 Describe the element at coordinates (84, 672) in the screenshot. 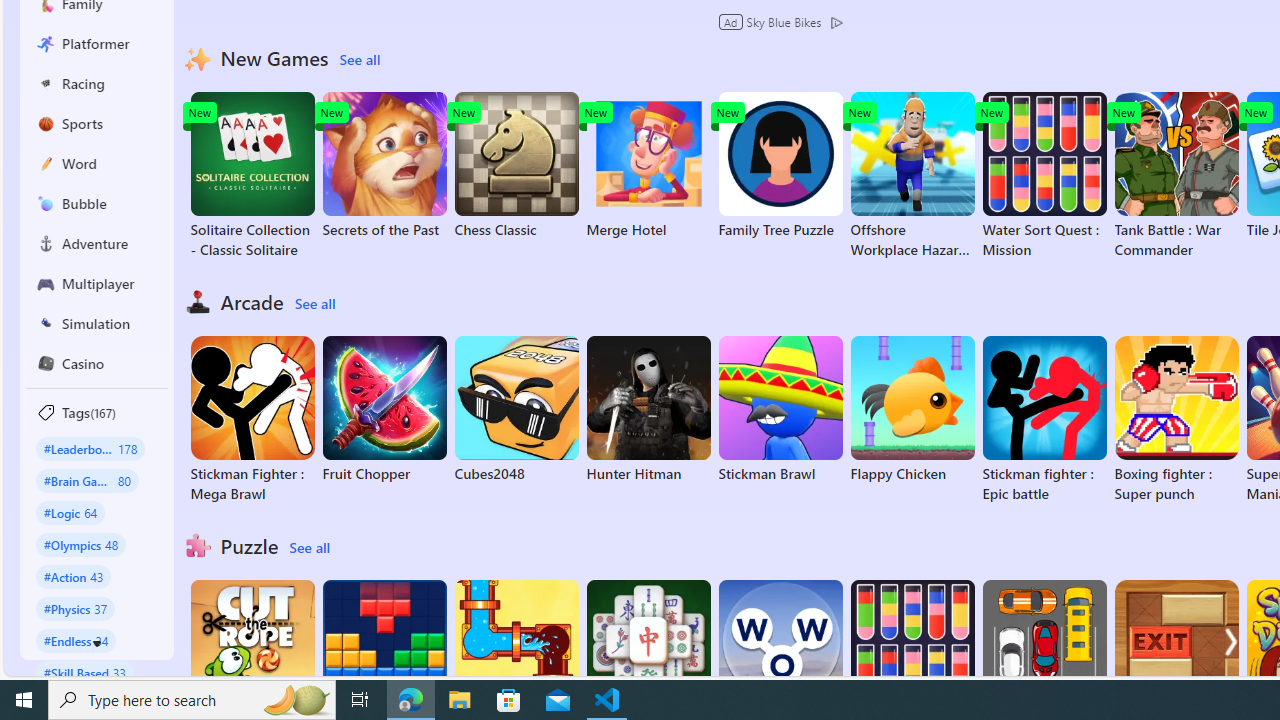

I see `'#Skill Based 33'` at that location.